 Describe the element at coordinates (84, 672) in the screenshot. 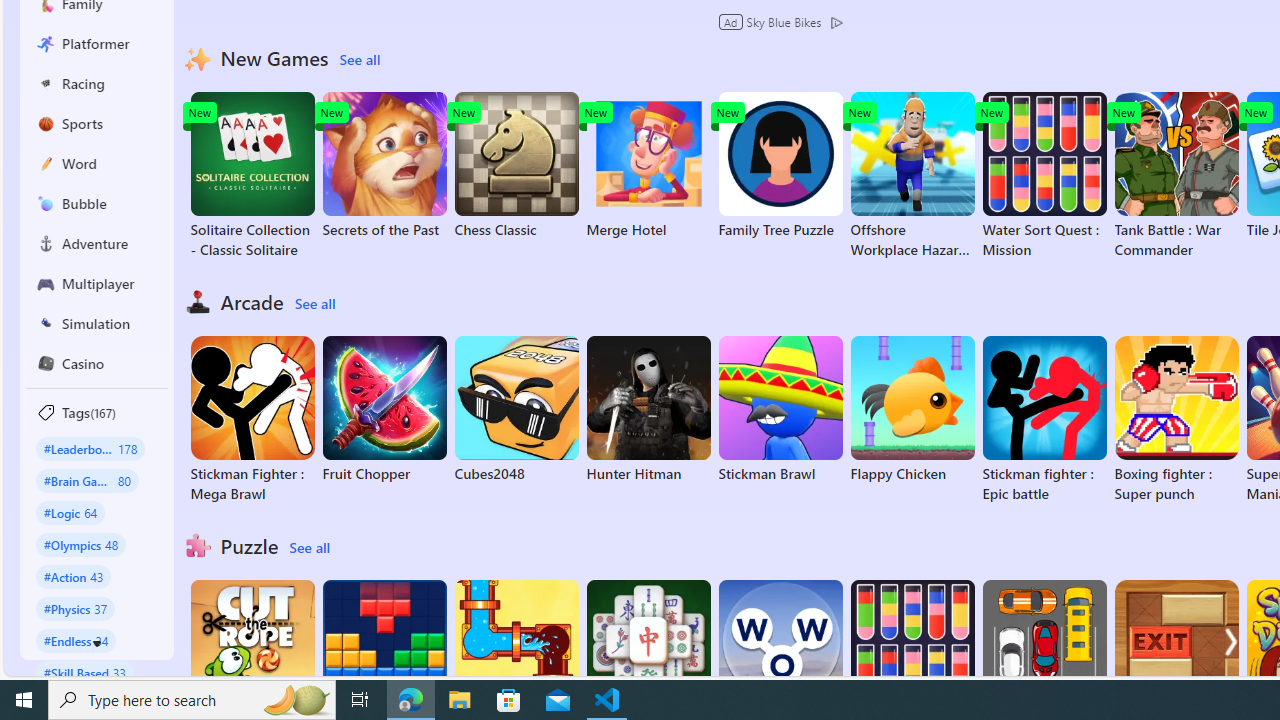

I see `'#Skill Based 33'` at that location.